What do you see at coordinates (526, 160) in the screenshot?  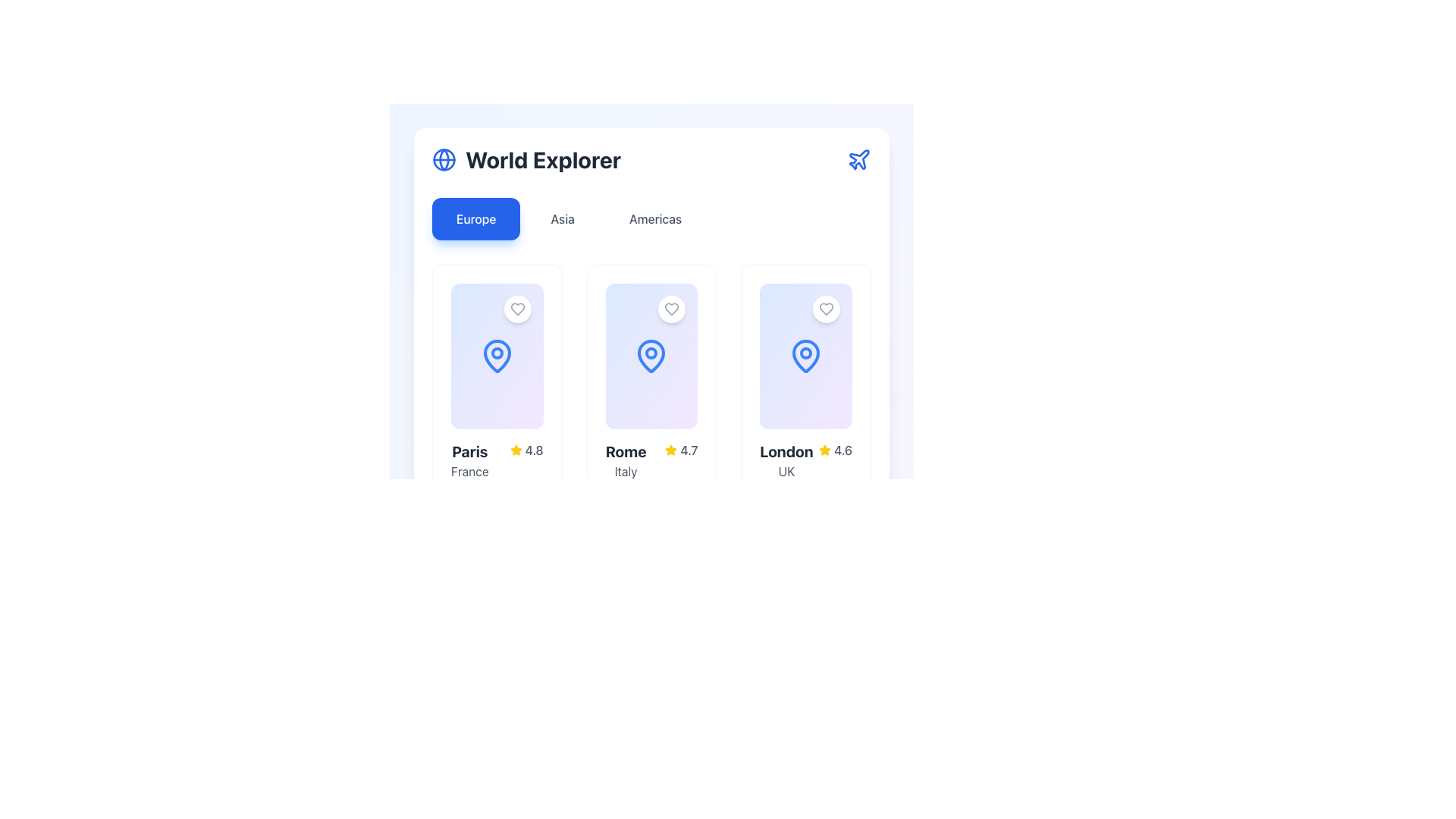 I see `the header element that indicates global exploration content, located below the navigation bar and aligned to the left with a globe icon` at bounding box center [526, 160].